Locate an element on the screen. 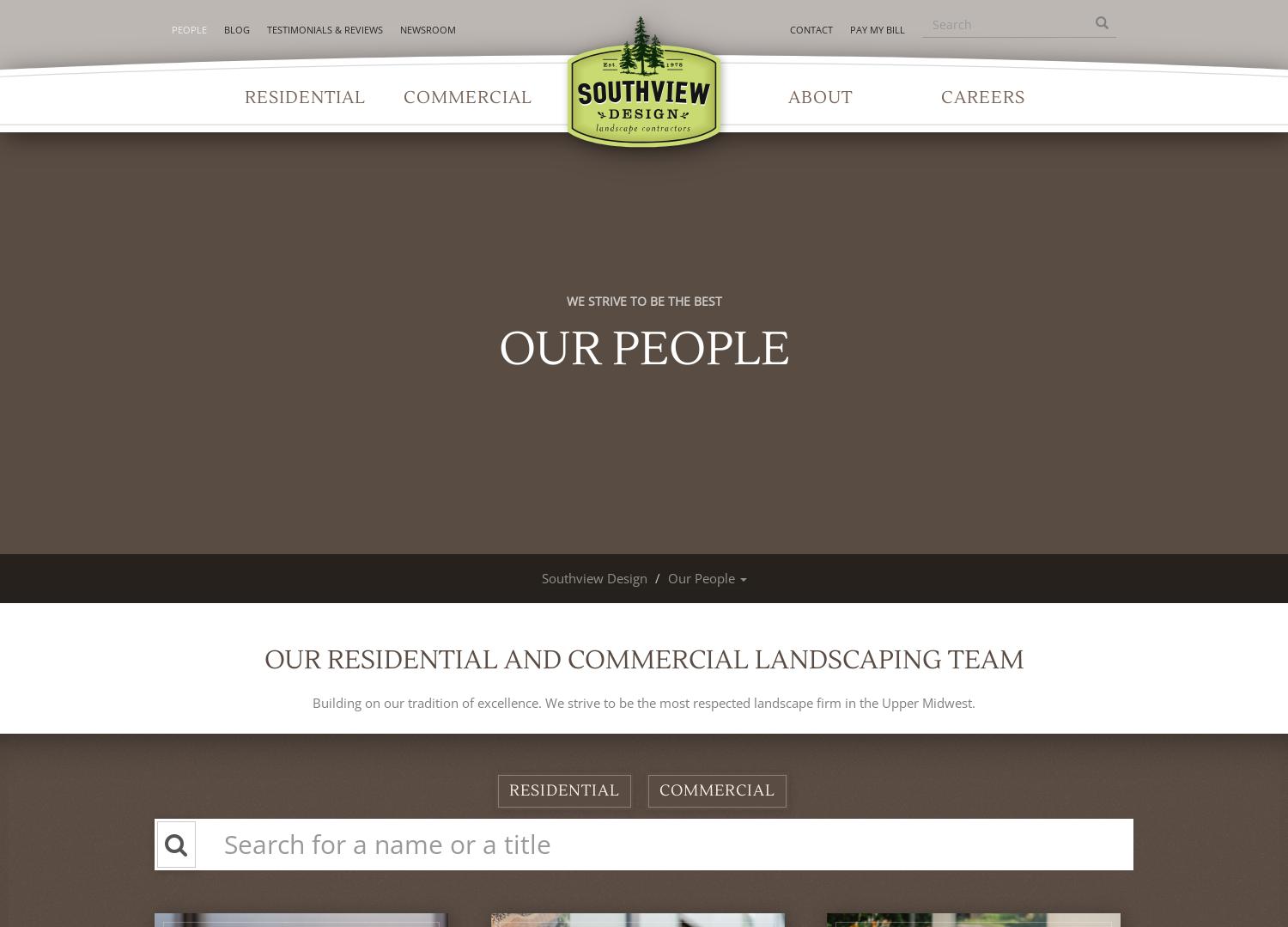 The image size is (1288, 927). 'Southview Design' is located at coordinates (592, 577).